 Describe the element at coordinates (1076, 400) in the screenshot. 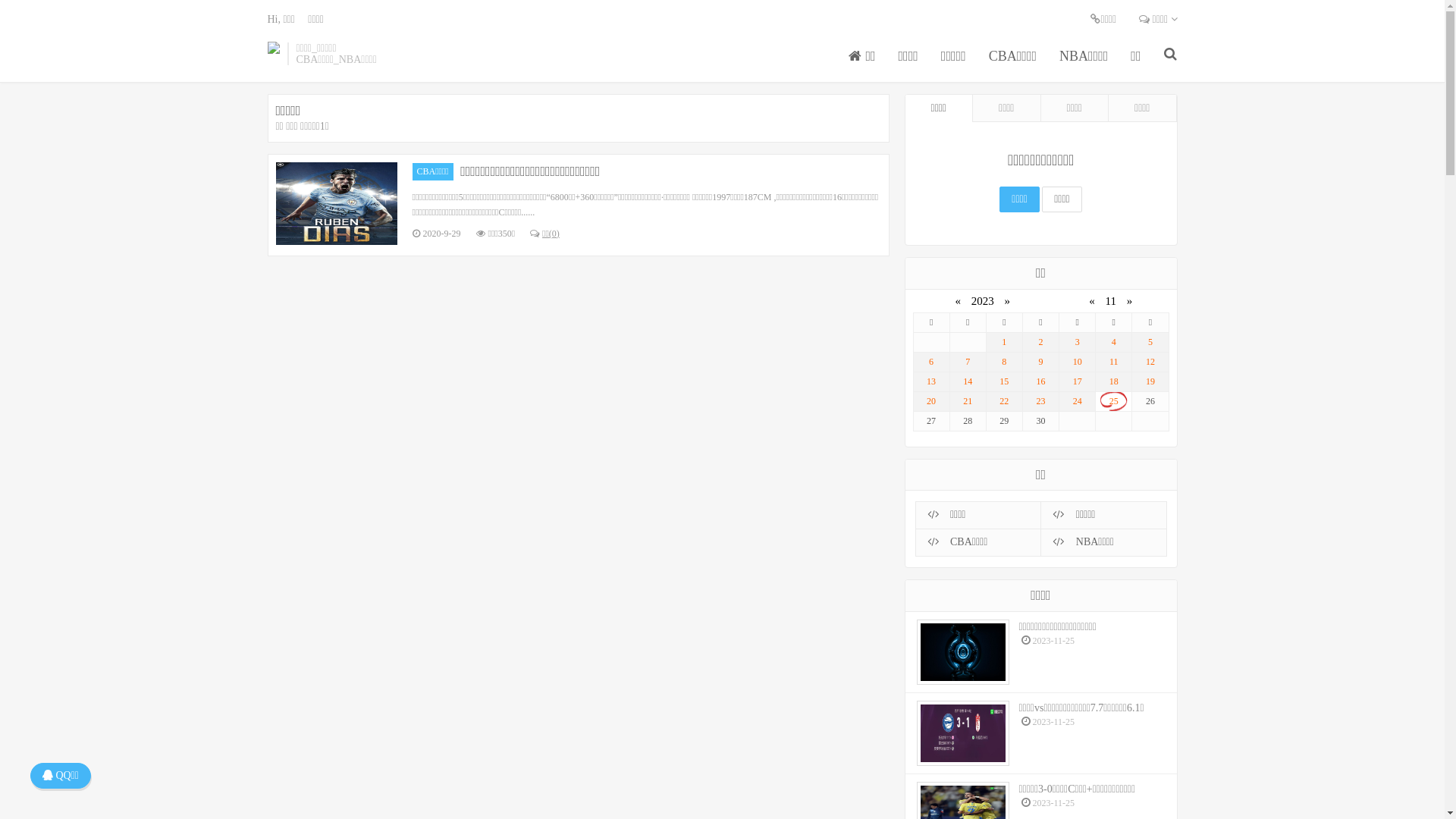

I see `'24'` at that location.